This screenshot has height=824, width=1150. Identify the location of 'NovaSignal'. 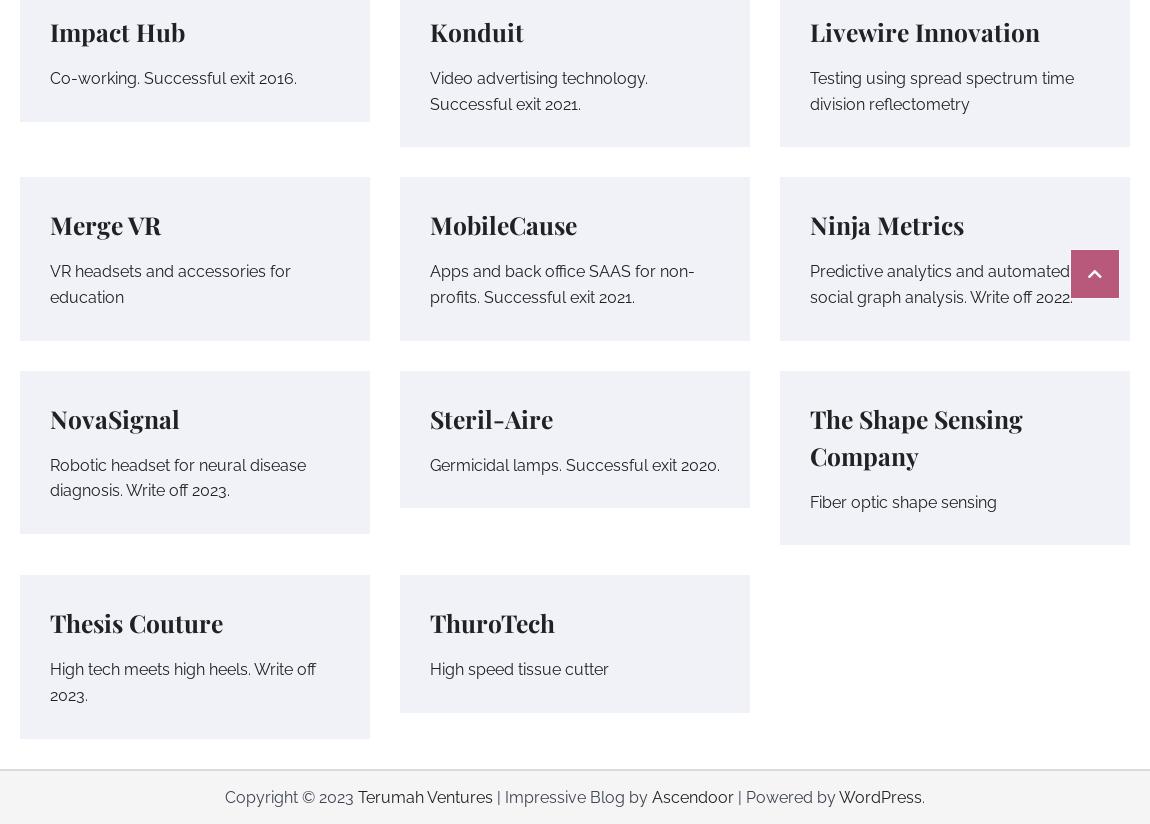
(114, 416).